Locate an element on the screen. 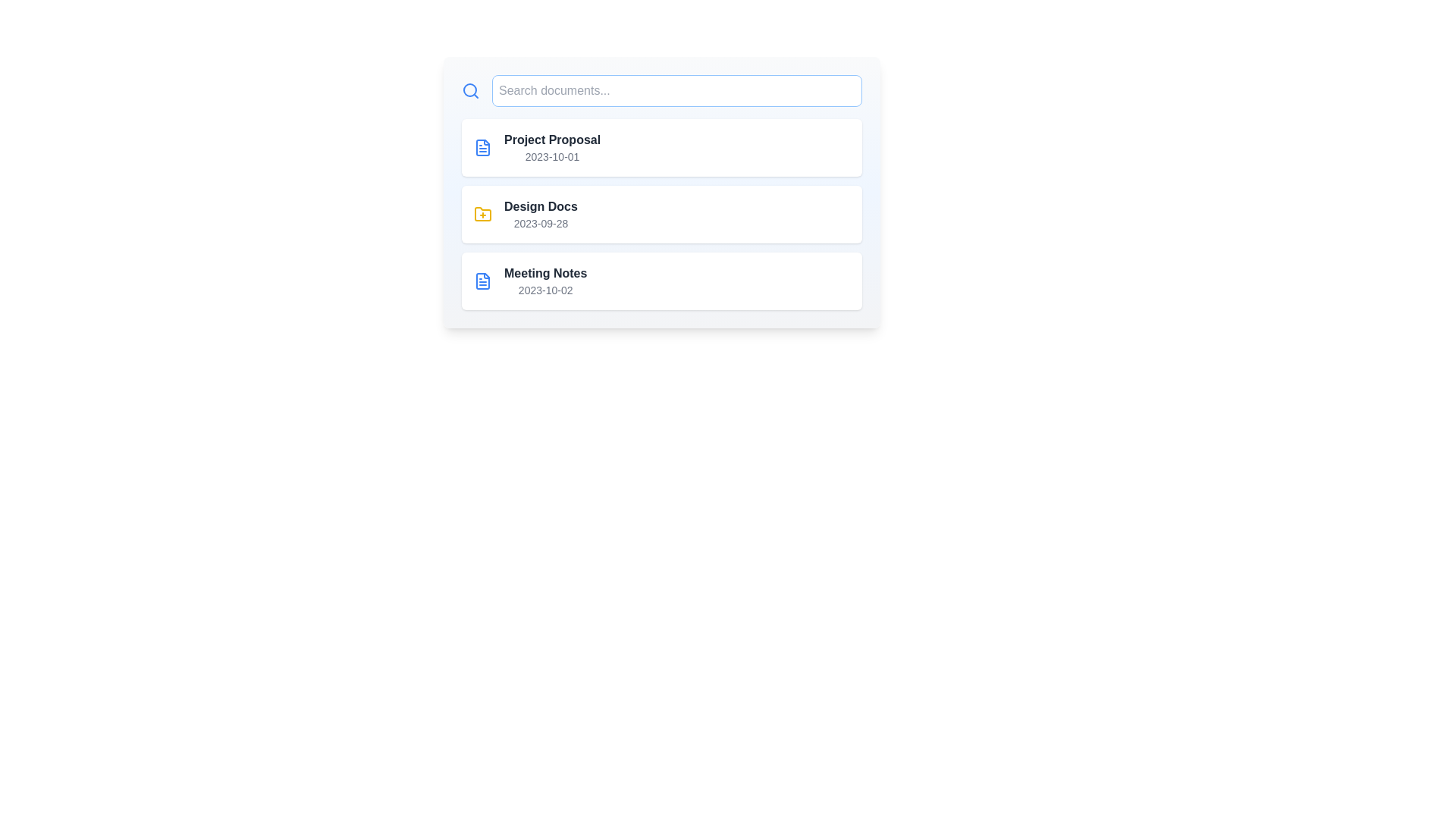 This screenshot has width=1456, height=819. the document item identified by Meeting Notes is located at coordinates (662, 281).